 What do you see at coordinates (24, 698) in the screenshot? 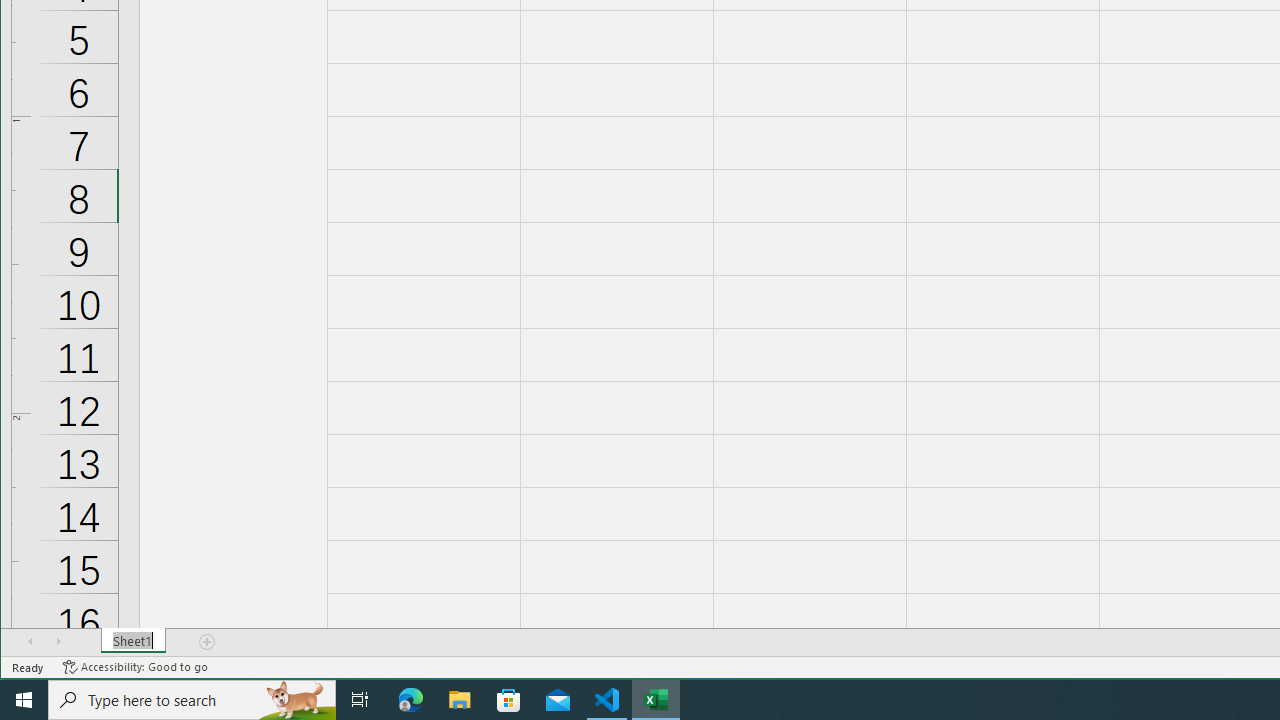
I see `'Start'` at bounding box center [24, 698].